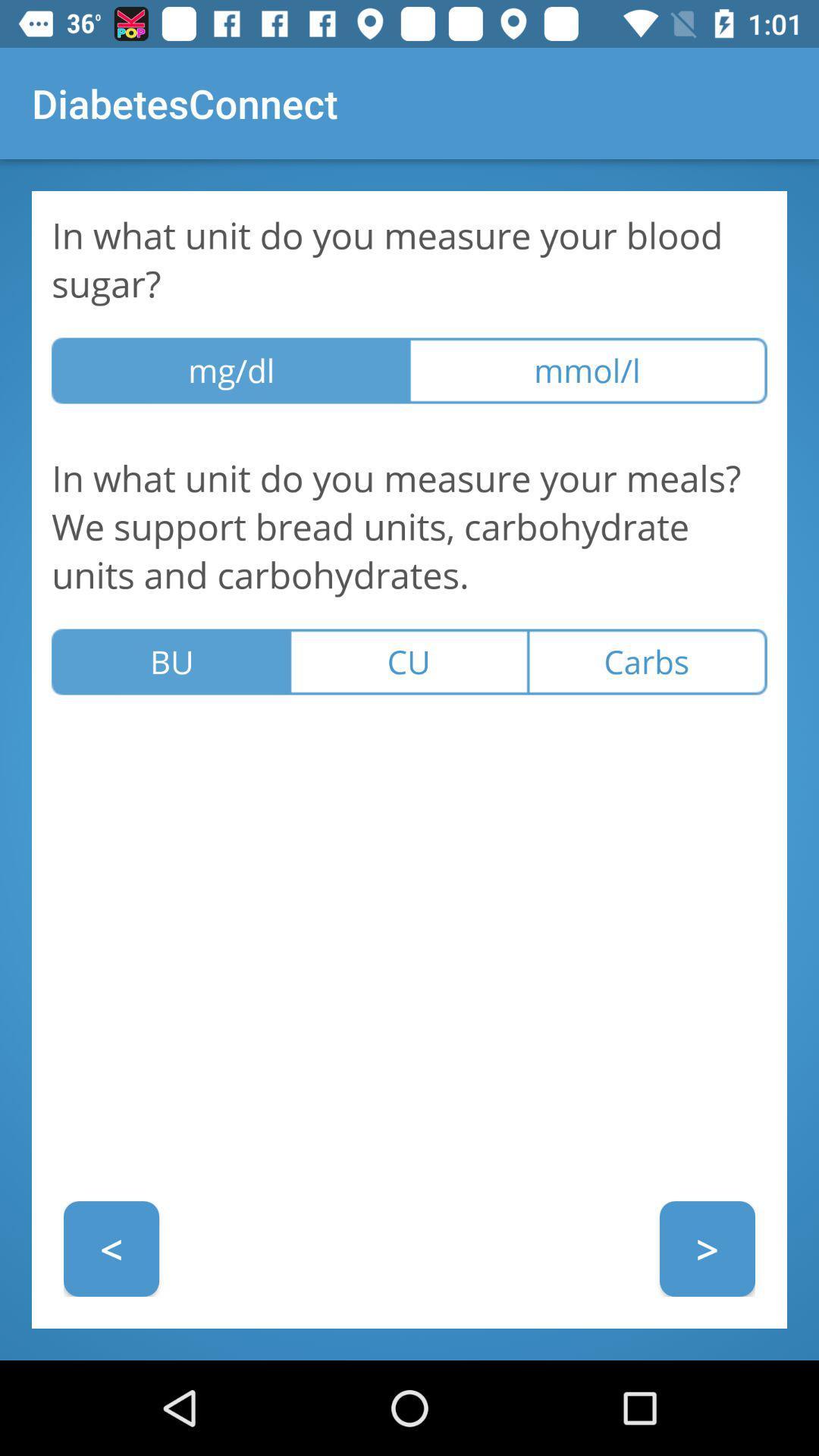  Describe the element at coordinates (408, 662) in the screenshot. I see `the item to the left of the carbs item` at that location.